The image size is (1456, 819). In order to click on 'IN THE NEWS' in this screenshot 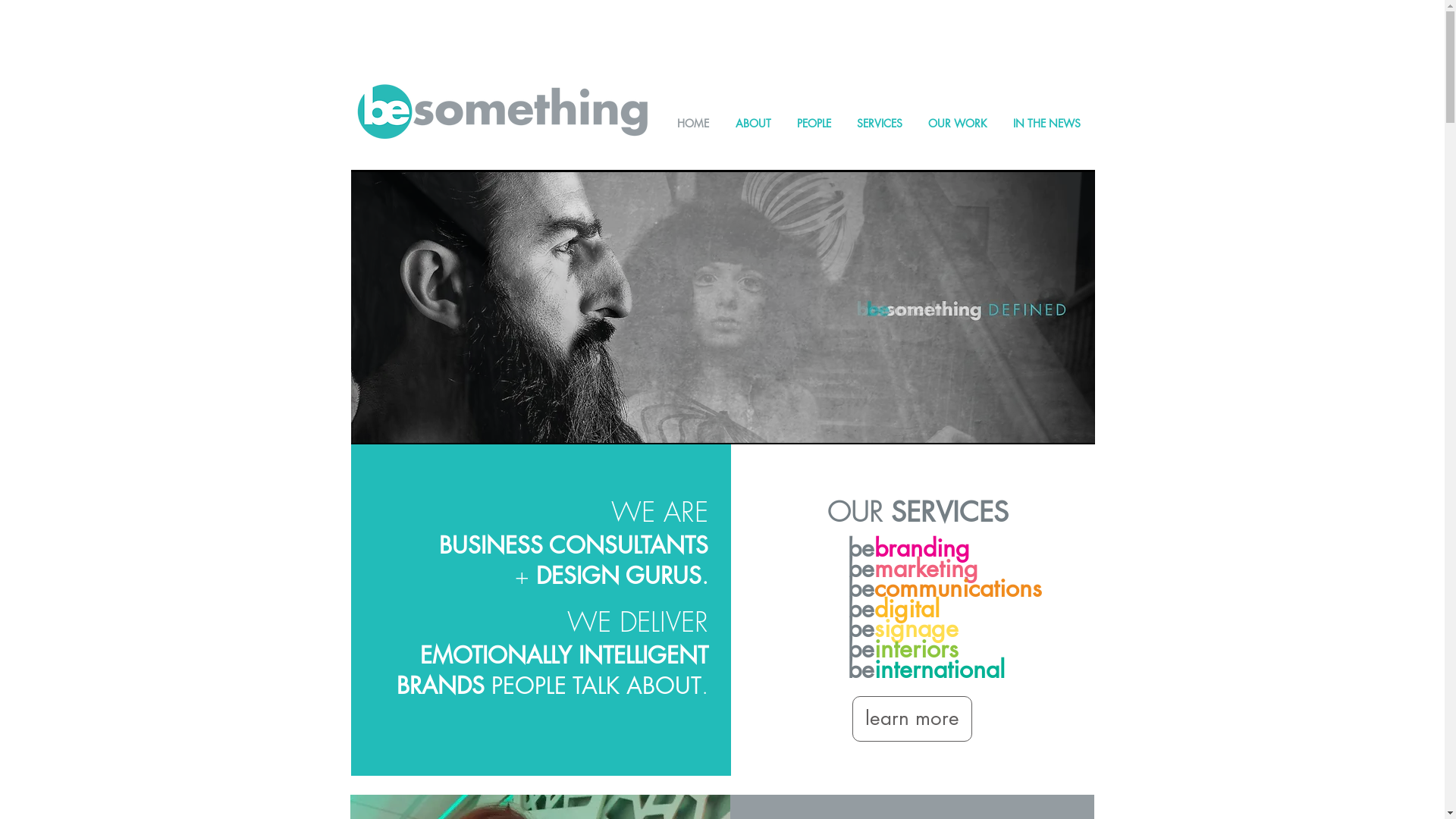, I will do `click(1045, 122)`.